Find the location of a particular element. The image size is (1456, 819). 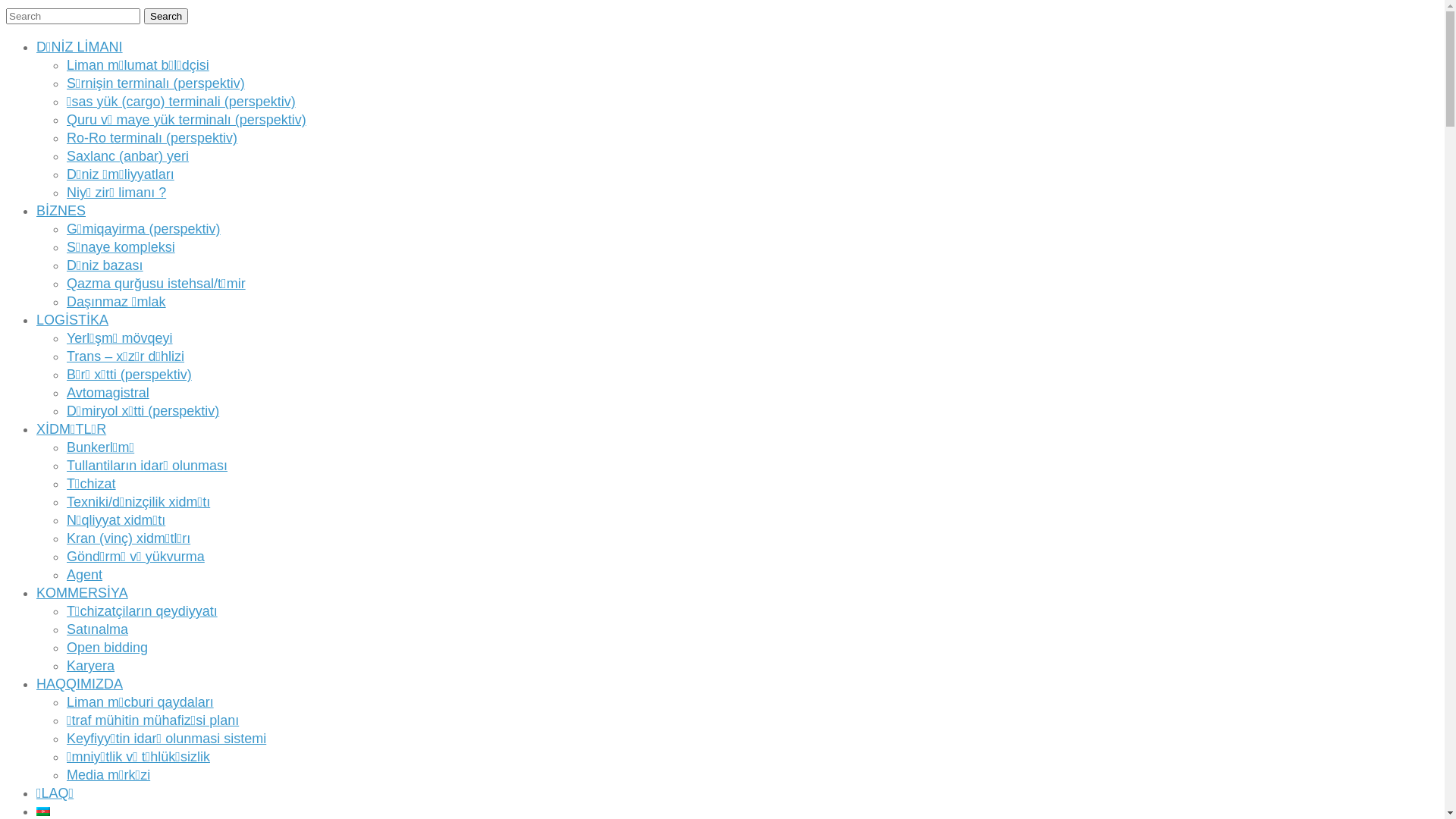

'HAQQIMIZDA' is located at coordinates (79, 684).